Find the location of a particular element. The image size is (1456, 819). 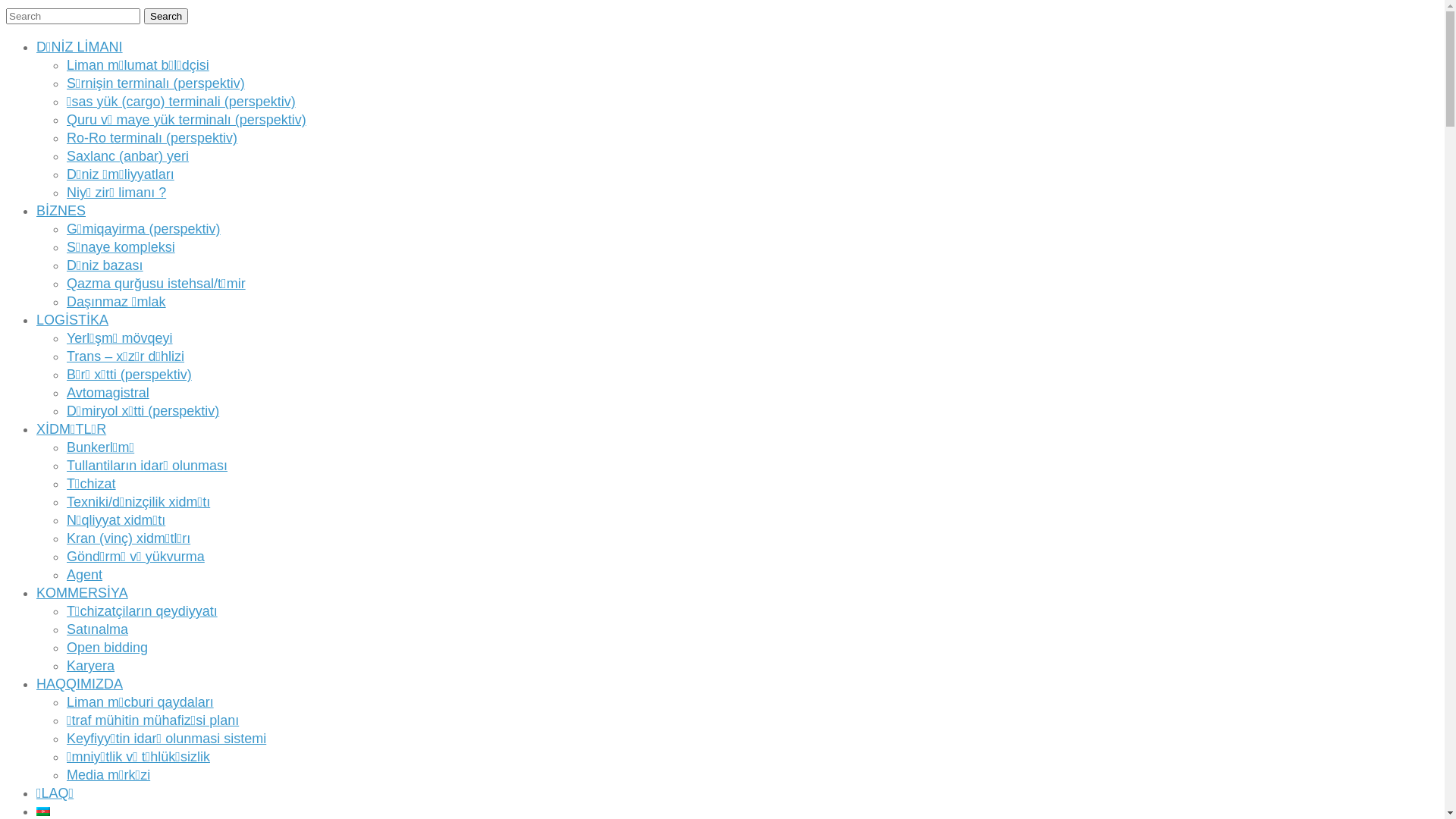

'HAQQIMIZDA' is located at coordinates (79, 684).